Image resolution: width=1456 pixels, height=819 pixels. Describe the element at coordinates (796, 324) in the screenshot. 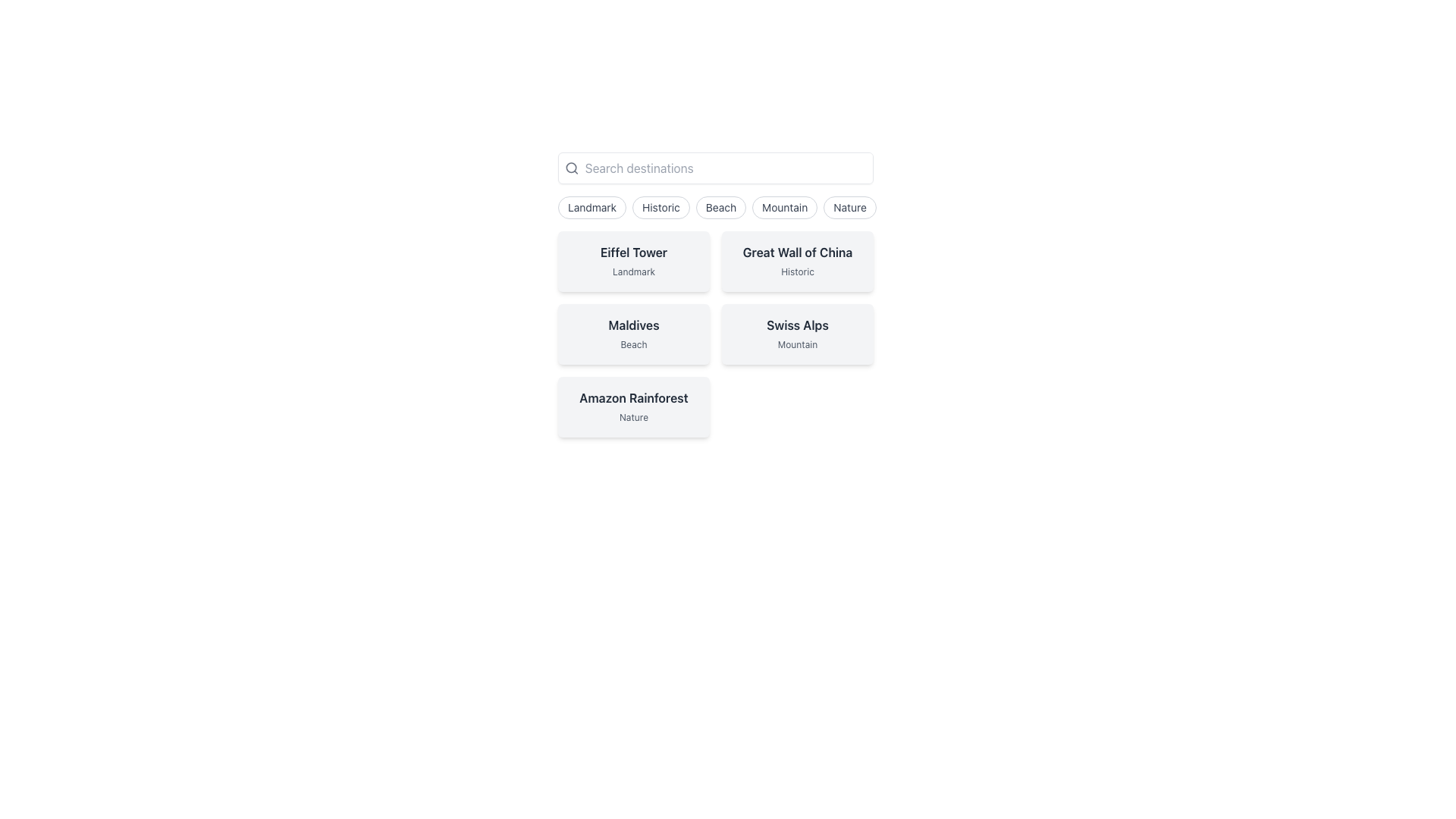

I see `title text label displaying 'Swiss Alps' which is part of a card layout in the second column of the grid` at that location.